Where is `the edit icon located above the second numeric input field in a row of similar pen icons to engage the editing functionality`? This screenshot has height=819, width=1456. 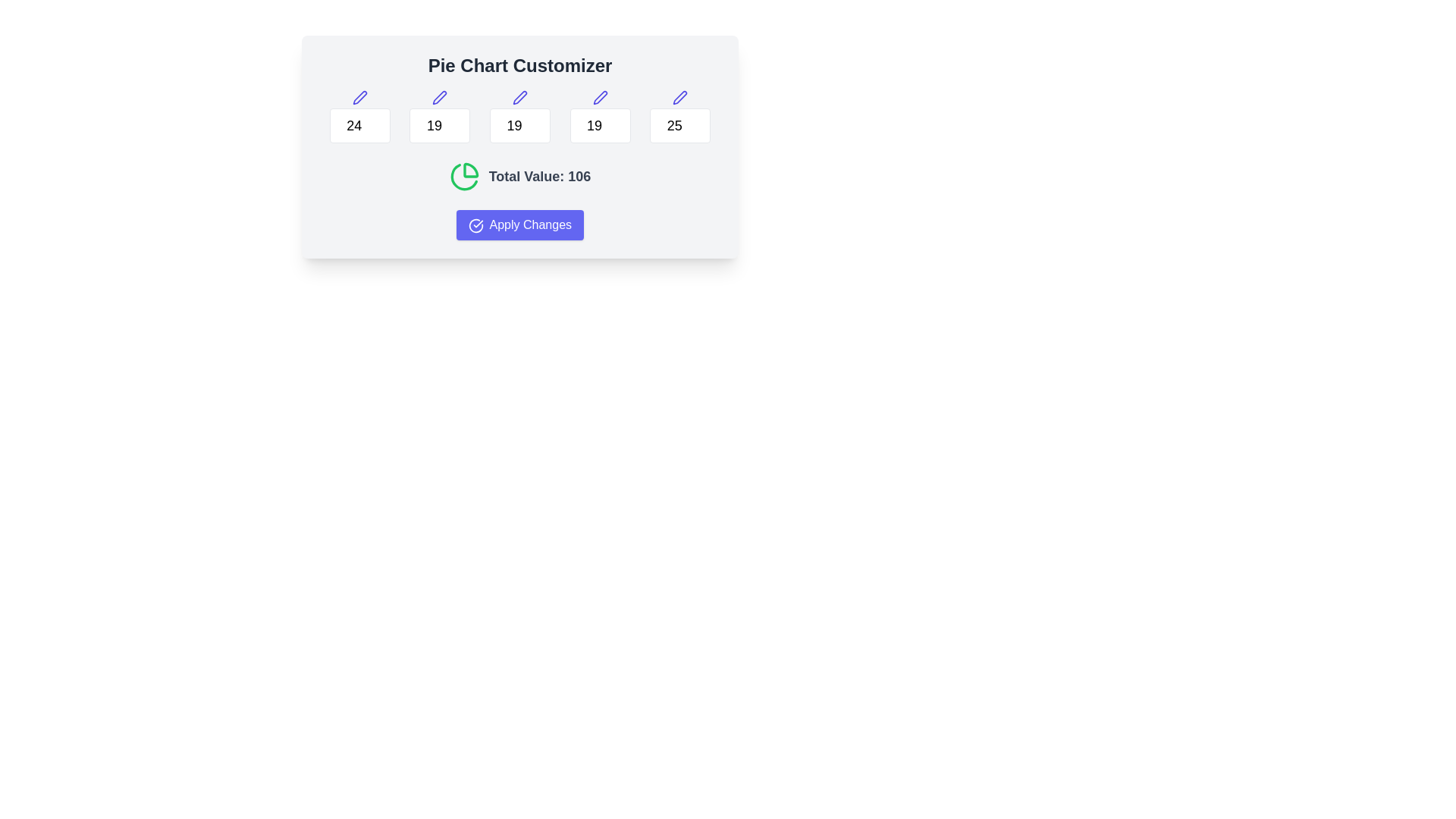 the edit icon located above the second numeric input field in a row of similar pen icons to engage the editing functionality is located at coordinates (439, 97).